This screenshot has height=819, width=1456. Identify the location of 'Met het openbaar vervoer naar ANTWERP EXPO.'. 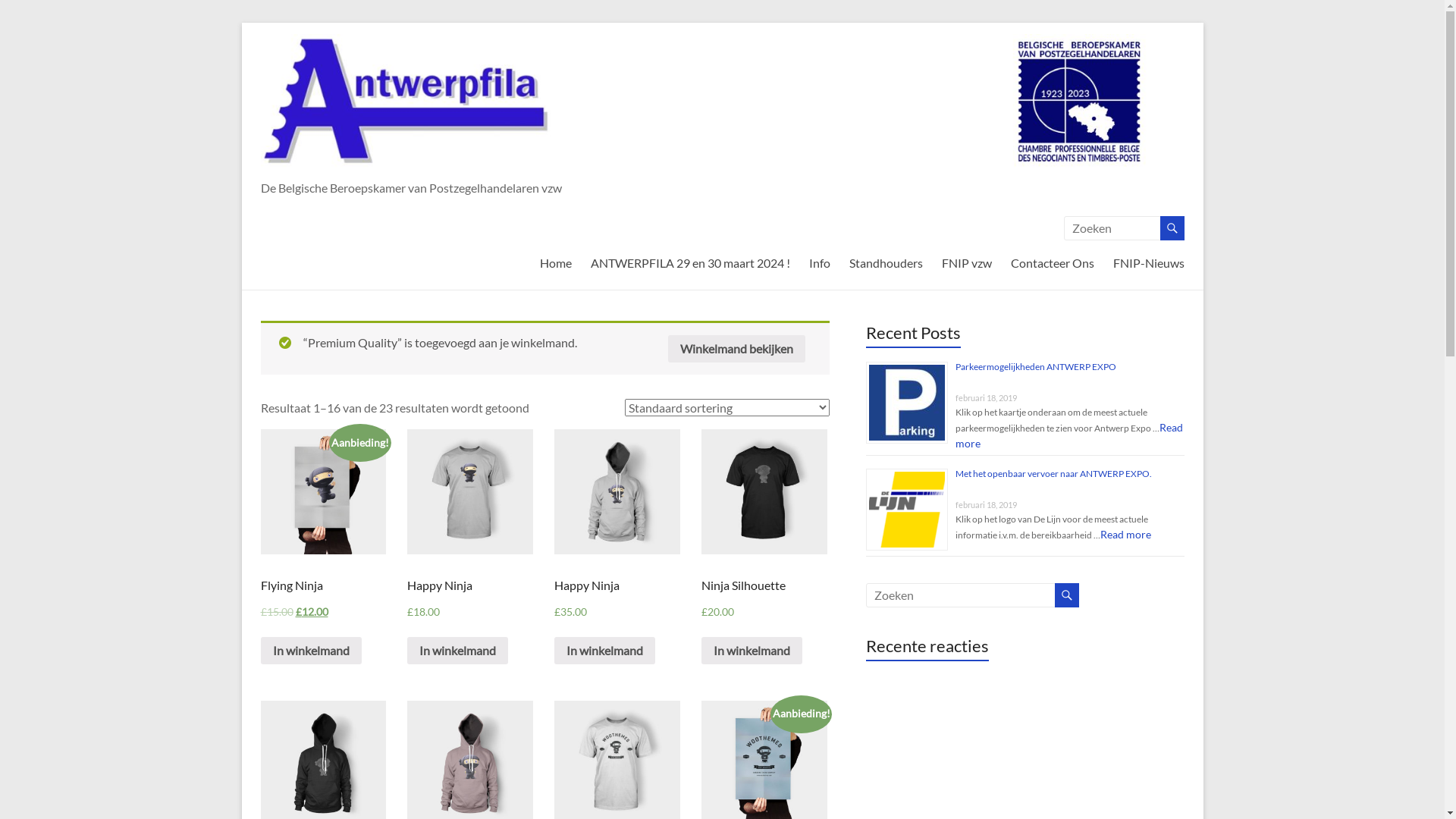
(954, 472).